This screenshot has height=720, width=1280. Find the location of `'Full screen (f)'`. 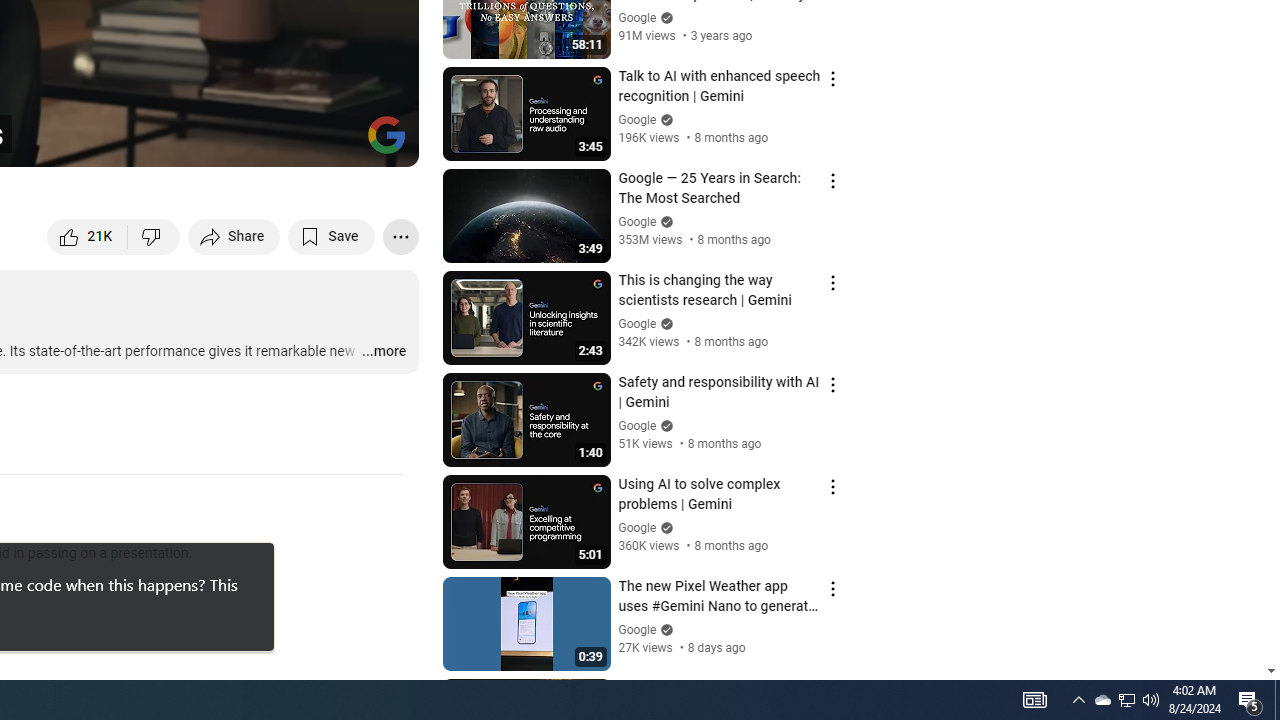

'Full screen (f)' is located at coordinates (382, 141).